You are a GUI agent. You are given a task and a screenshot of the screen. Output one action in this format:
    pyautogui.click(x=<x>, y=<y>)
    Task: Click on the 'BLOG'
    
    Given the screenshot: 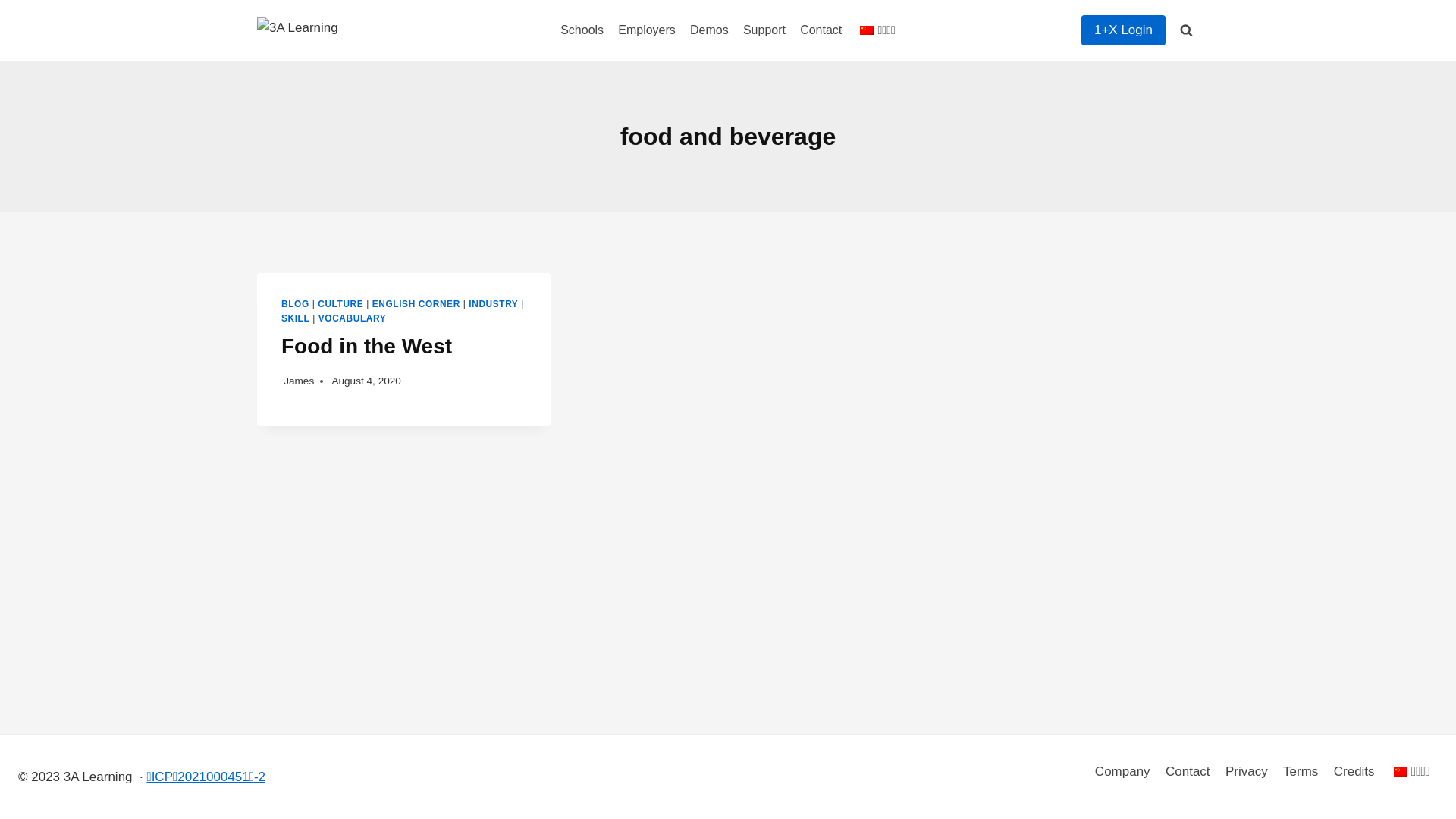 What is the action you would take?
    pyautogui.click(x=295, y=304)
    